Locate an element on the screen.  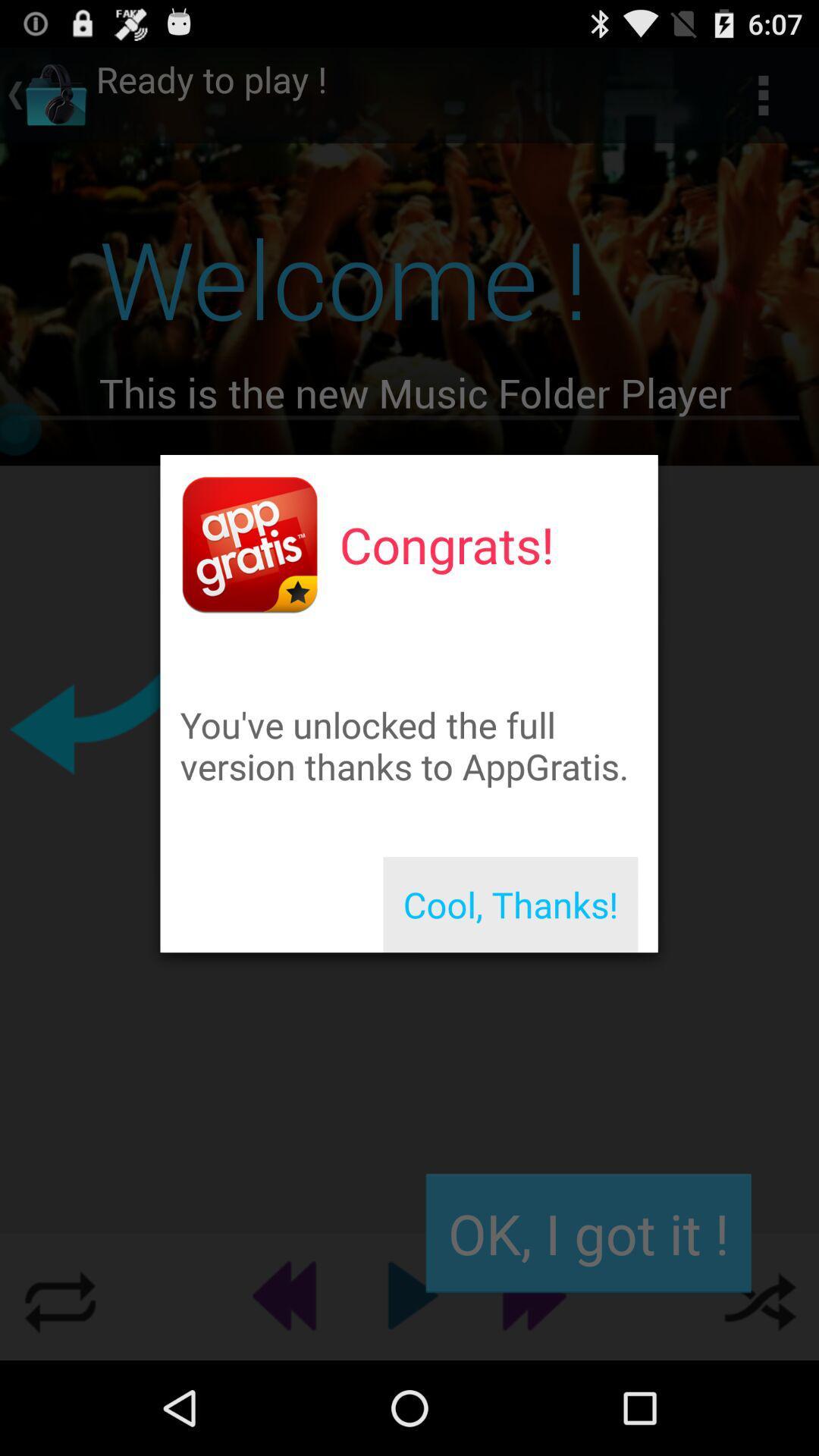
cool, thanks! is located at coordinates (510, 905).